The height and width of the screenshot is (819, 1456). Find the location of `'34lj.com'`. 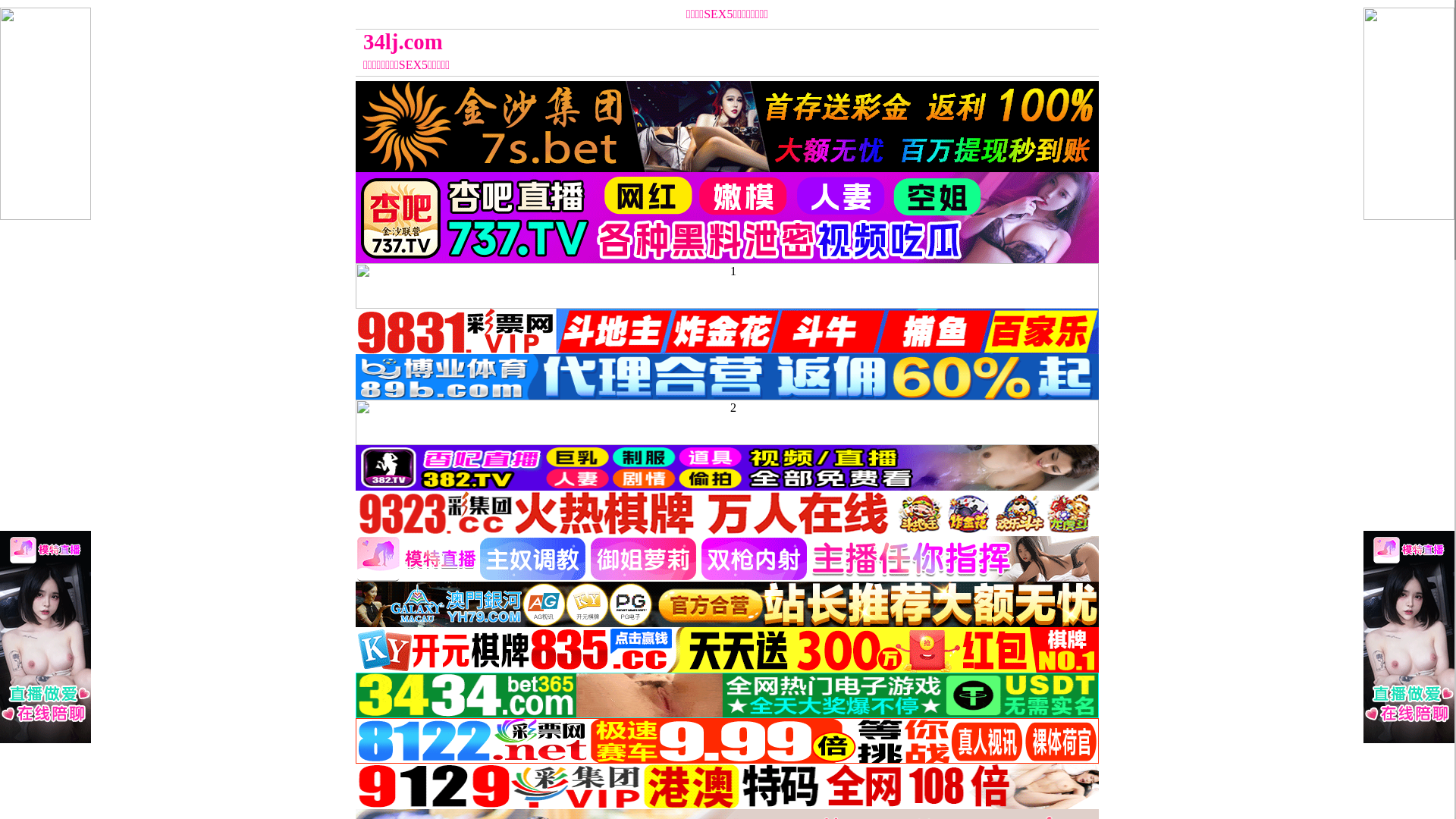

'34lj.com' is located at coordinates (634, 41).